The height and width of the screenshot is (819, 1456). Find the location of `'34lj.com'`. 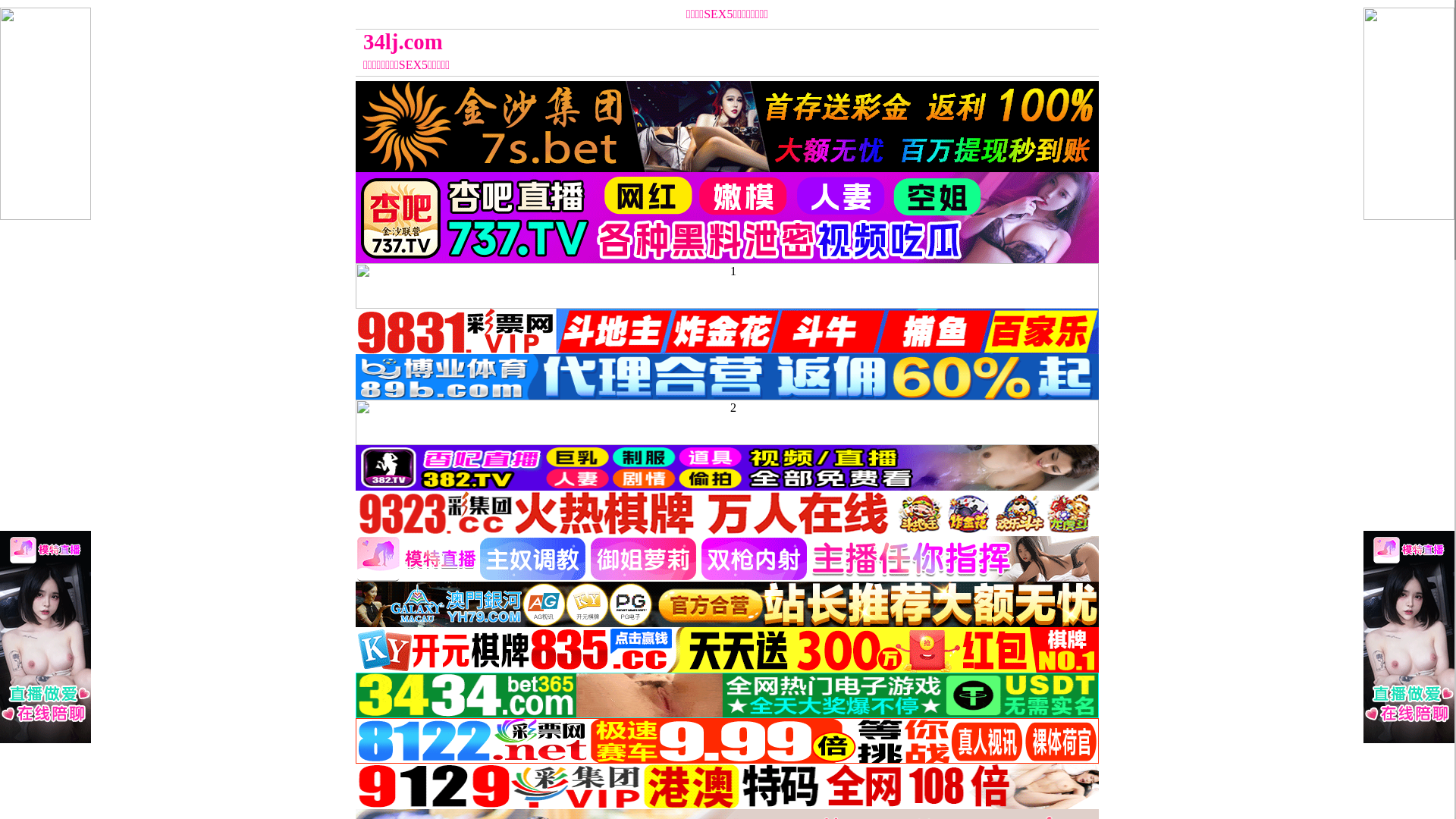

'34lj.com' is located at coordinates (634, 41).